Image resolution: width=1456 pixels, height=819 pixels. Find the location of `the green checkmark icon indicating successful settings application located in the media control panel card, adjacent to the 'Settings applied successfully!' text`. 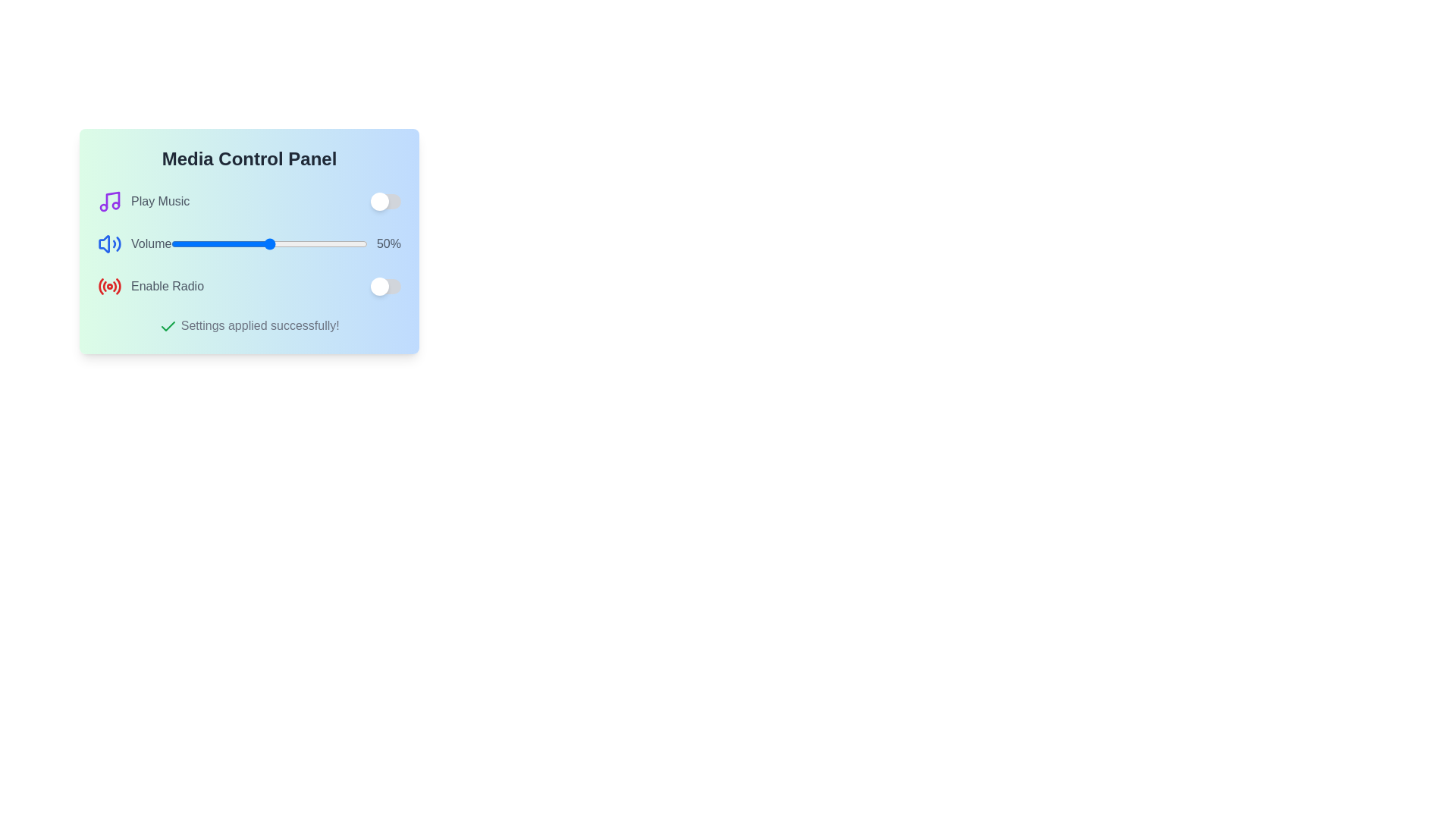

the green checkmark icon indicating successful settings application located in the media control panel card, adjacent to the 'Settings applied successfully!' text is located at coordinates (168, 325).